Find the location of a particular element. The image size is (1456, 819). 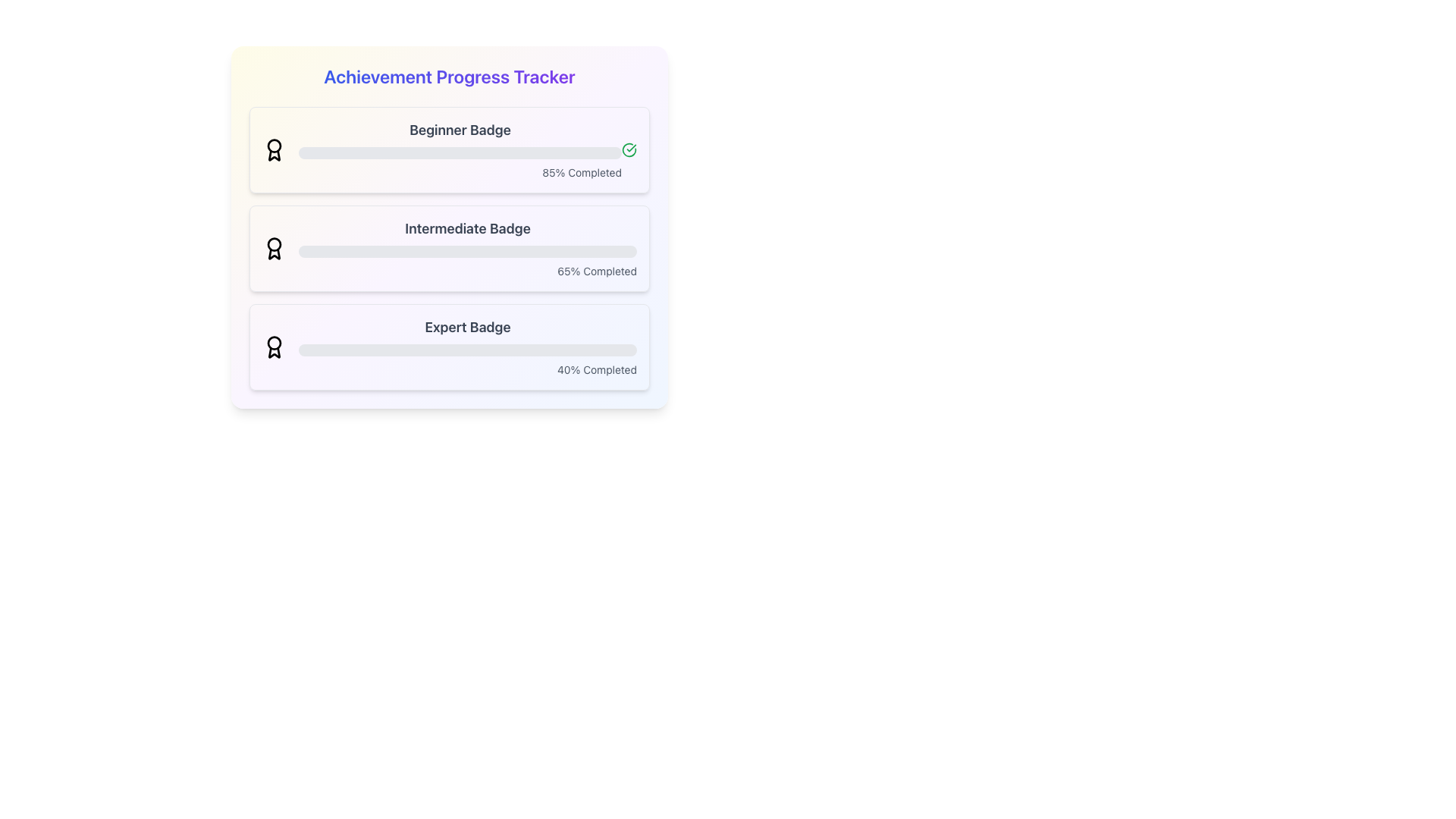

the Decorative Icon representing the 'Beginner Badge' located at the left end of the horizontal progress bar is located at coordinates (274, 155).